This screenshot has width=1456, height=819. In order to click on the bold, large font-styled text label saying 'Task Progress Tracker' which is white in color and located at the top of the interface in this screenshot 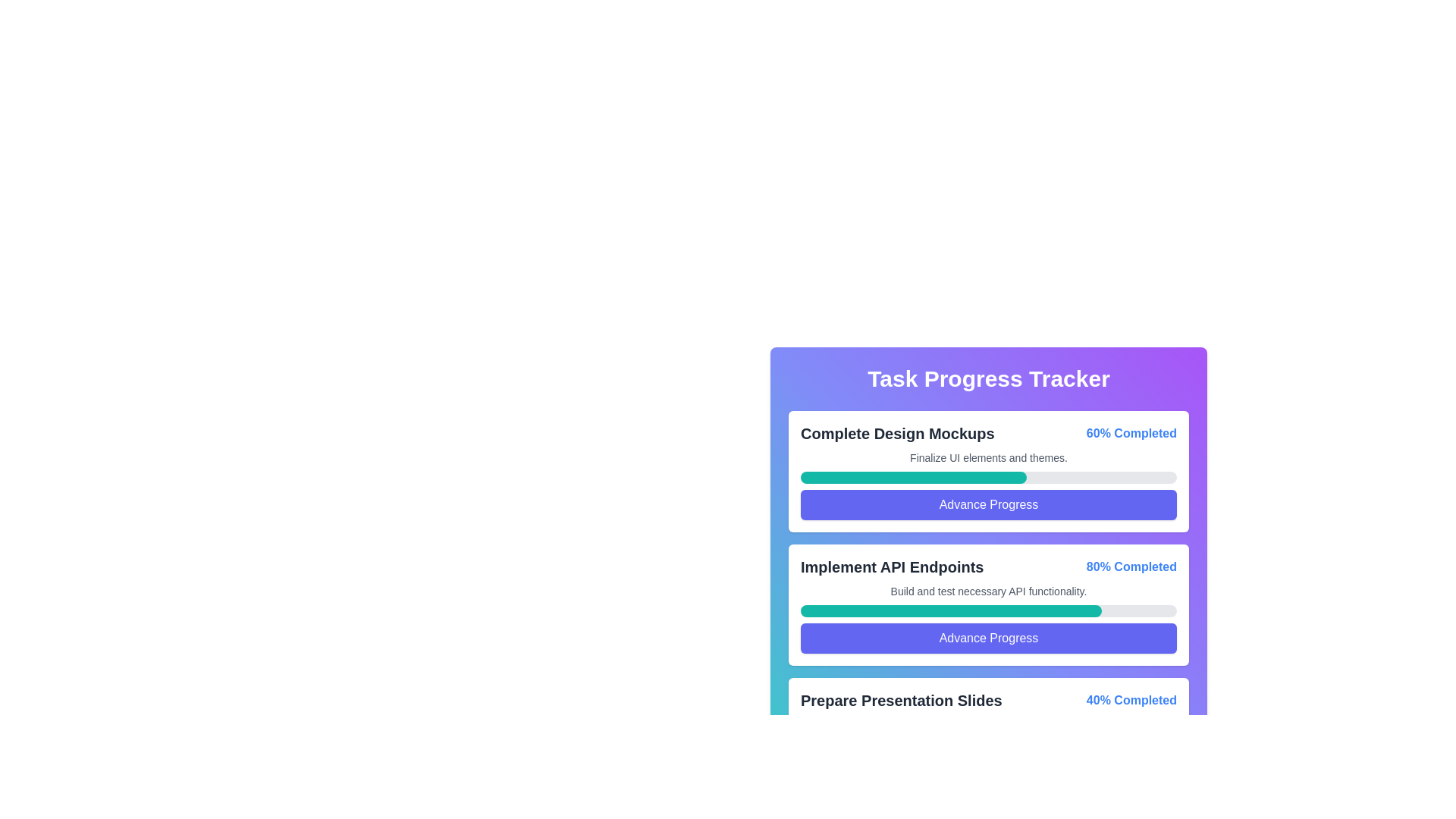, I will do `click(989, 378)`.